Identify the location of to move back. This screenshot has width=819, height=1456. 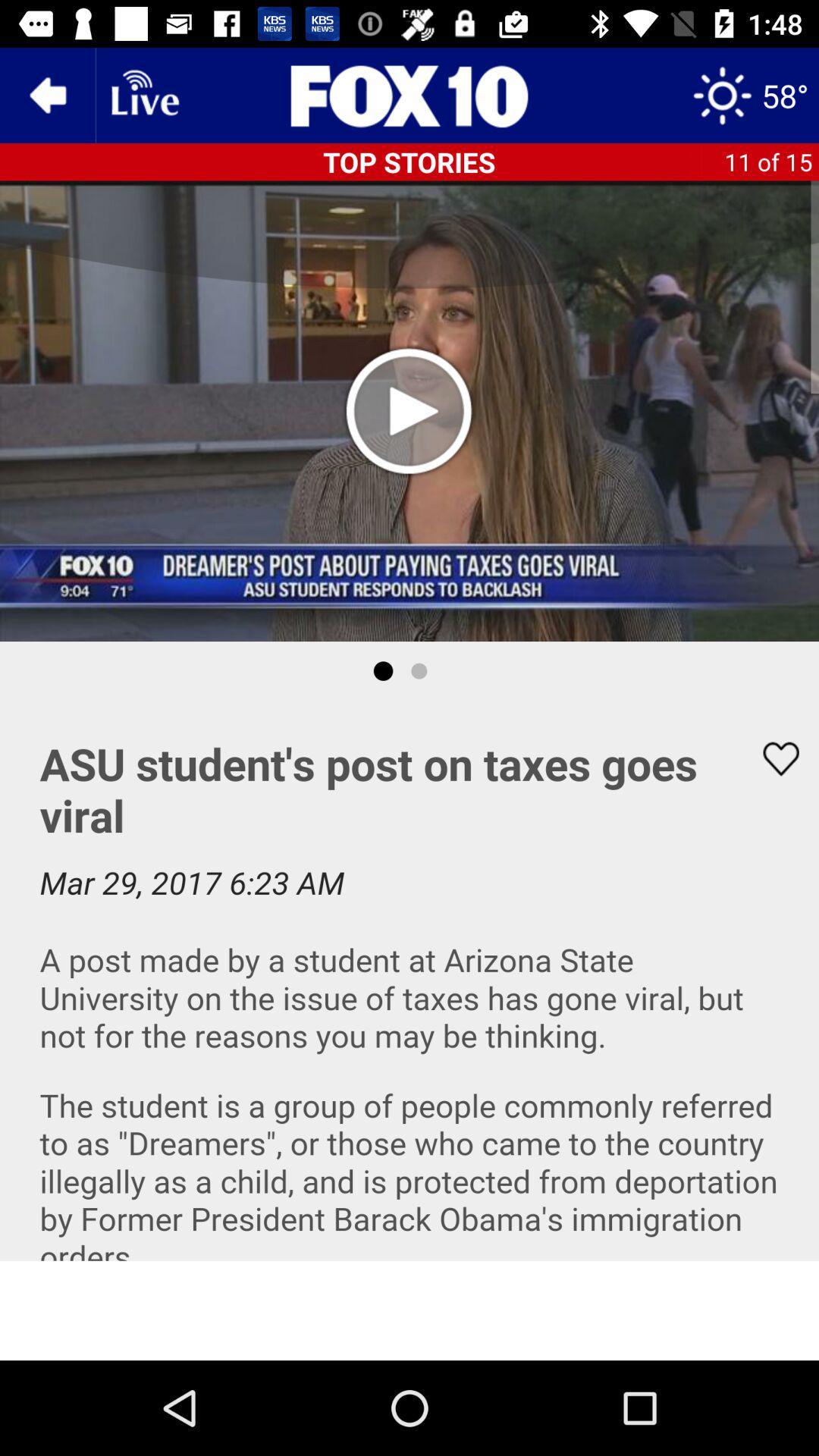
(46, 94).